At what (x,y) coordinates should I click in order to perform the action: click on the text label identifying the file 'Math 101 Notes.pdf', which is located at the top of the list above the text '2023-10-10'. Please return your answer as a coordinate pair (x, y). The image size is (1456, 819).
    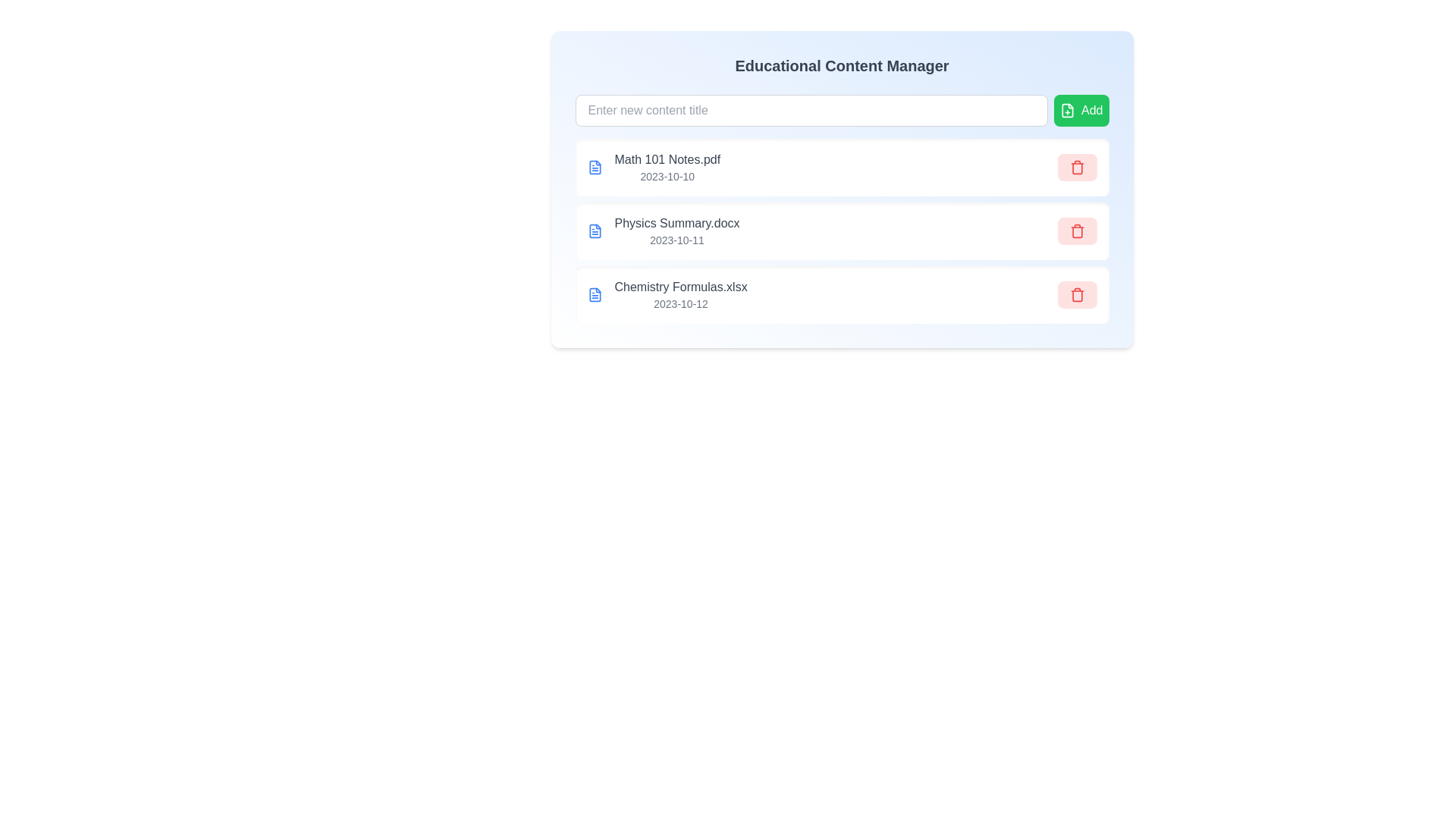
    Looking at the image, I should click on (667, 160).